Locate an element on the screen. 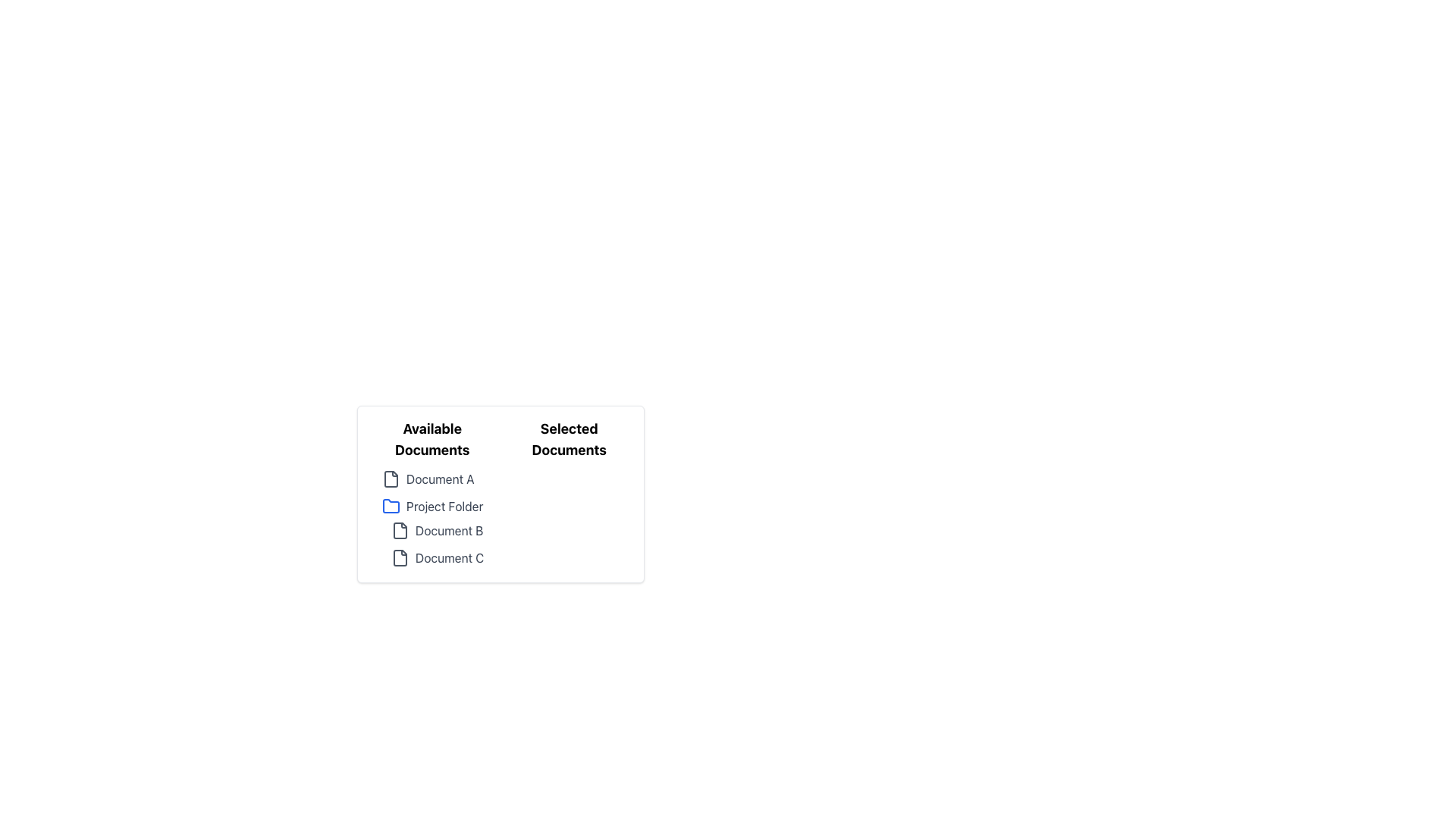 The width and height of the screenshot is (1456, 819). red document file icon located within the 'Document B' entry under 'Available Documents' is located at coordinates (400, 529).